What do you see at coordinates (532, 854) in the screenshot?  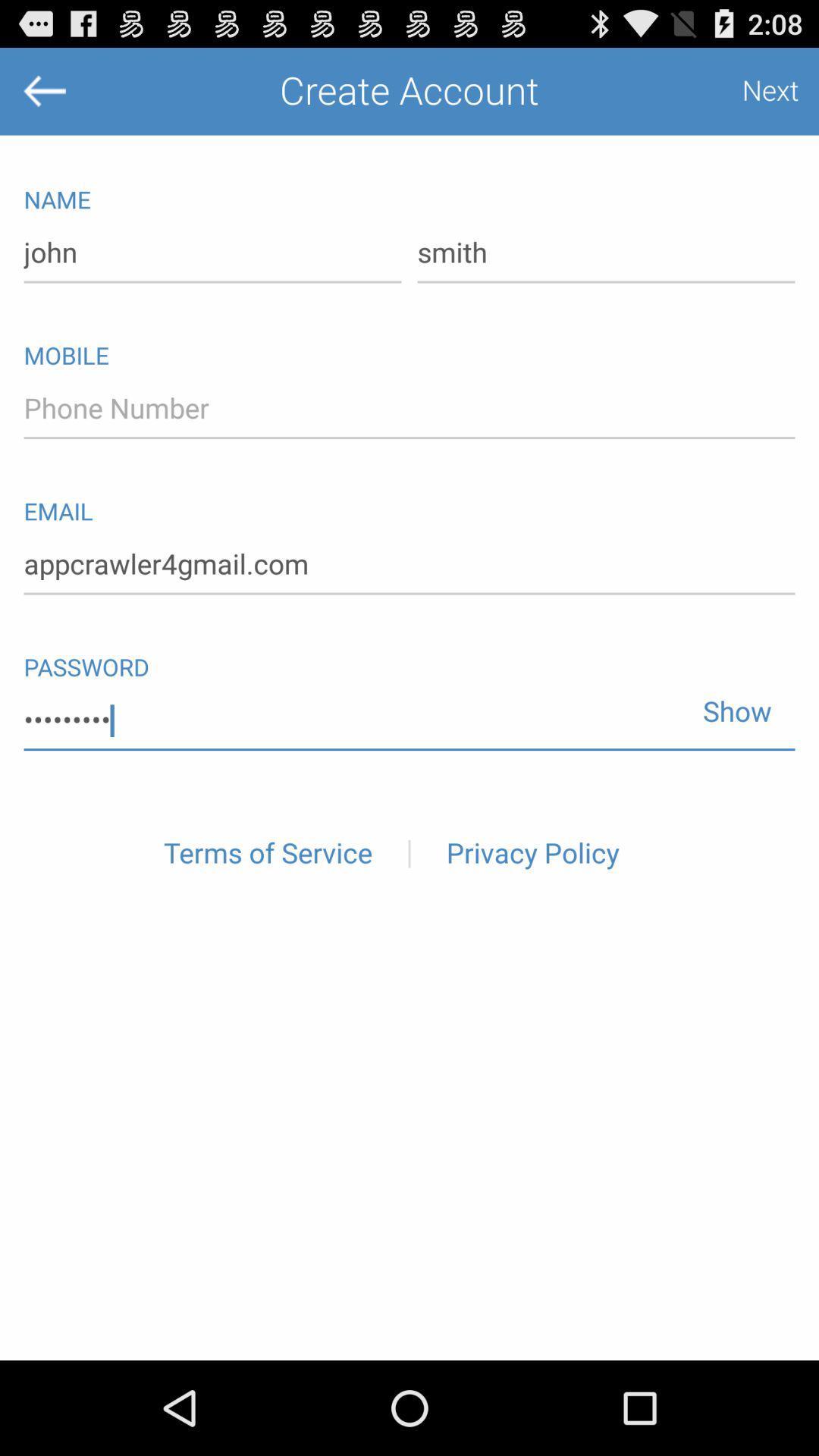 I see `the privacy policy item` at bounding box center [532, 854].